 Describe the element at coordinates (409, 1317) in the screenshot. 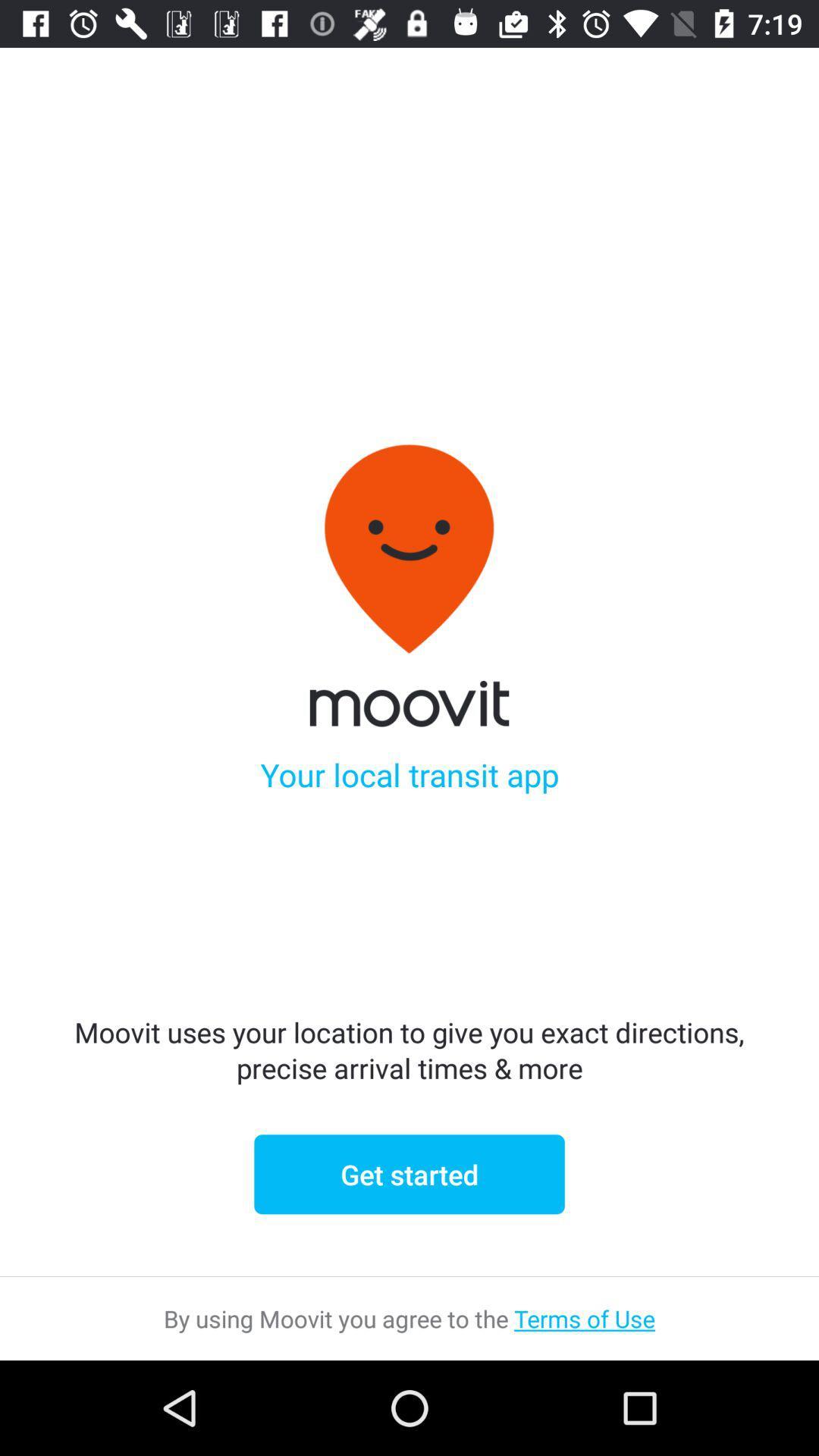

I see `the by using moovit` at that location.